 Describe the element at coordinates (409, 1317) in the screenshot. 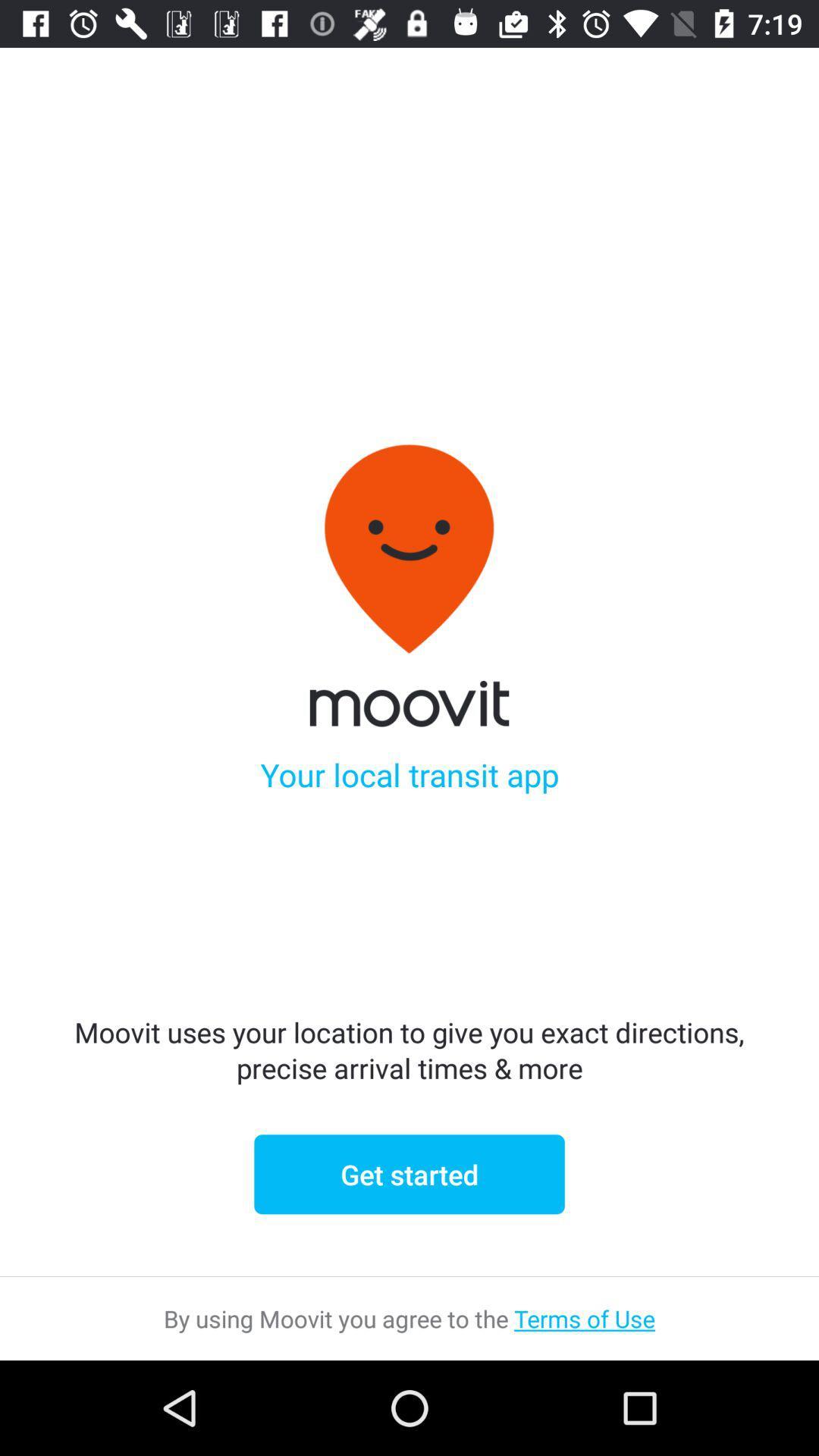

I see `the by using moovit` at that location.